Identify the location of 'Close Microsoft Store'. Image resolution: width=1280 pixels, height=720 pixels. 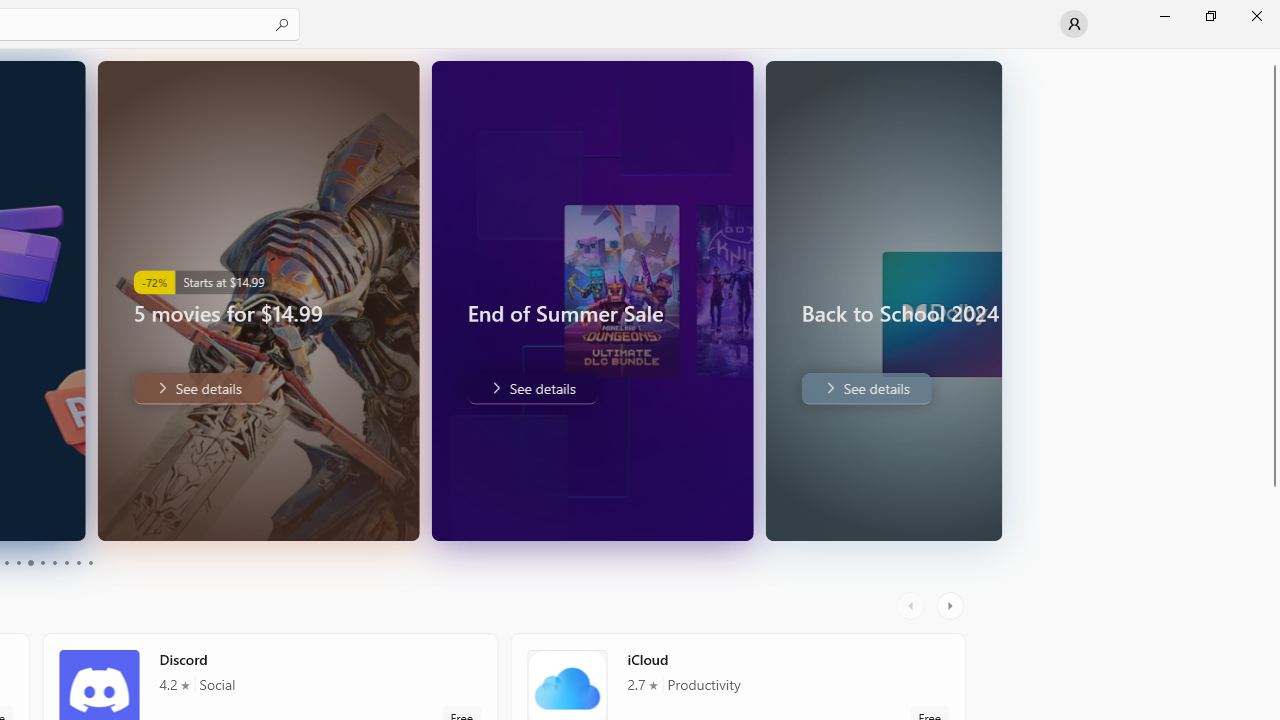
(1255, 15).